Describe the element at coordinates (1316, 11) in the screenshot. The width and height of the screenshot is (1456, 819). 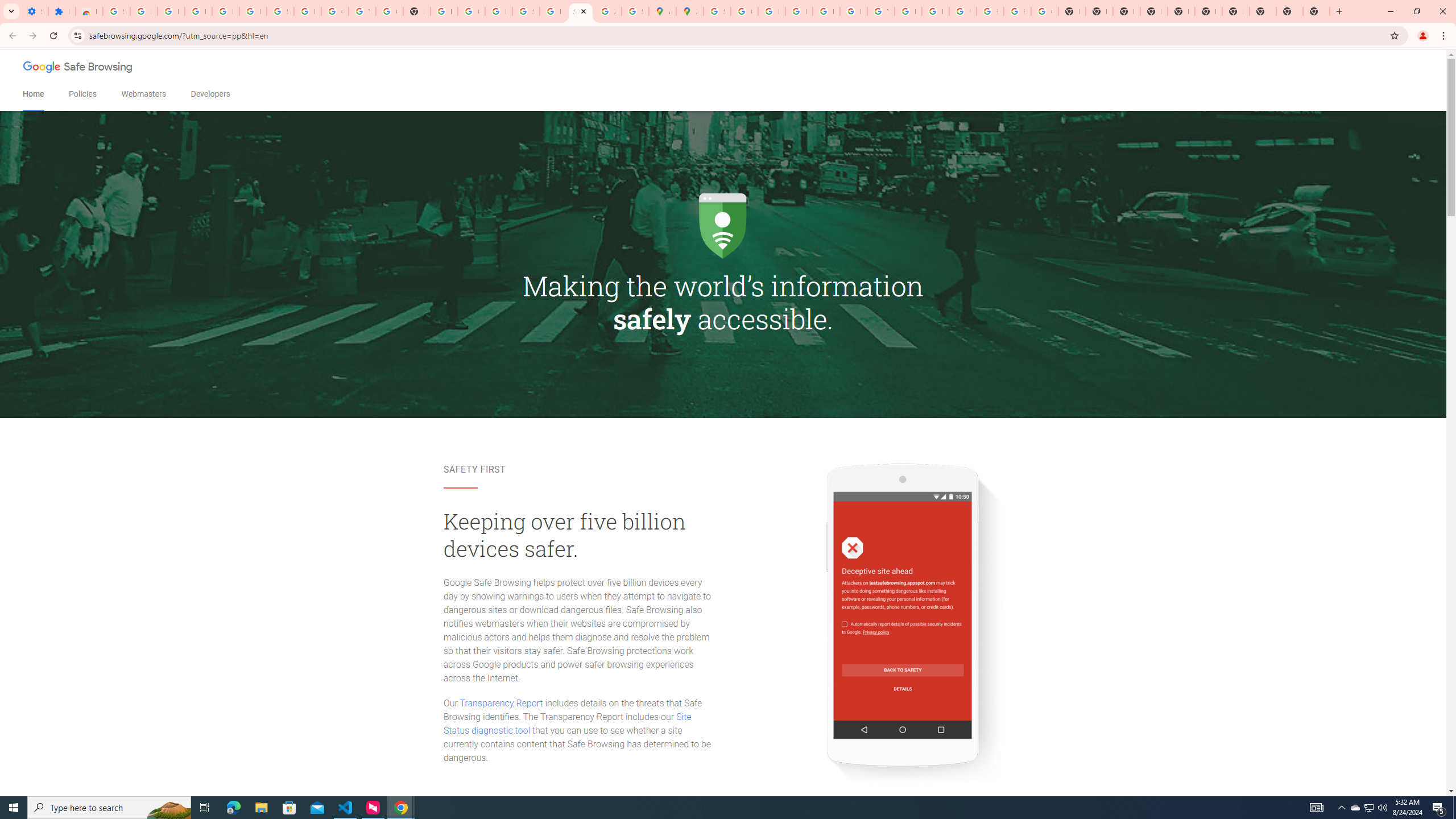
I see `'New Tab'` at that location.